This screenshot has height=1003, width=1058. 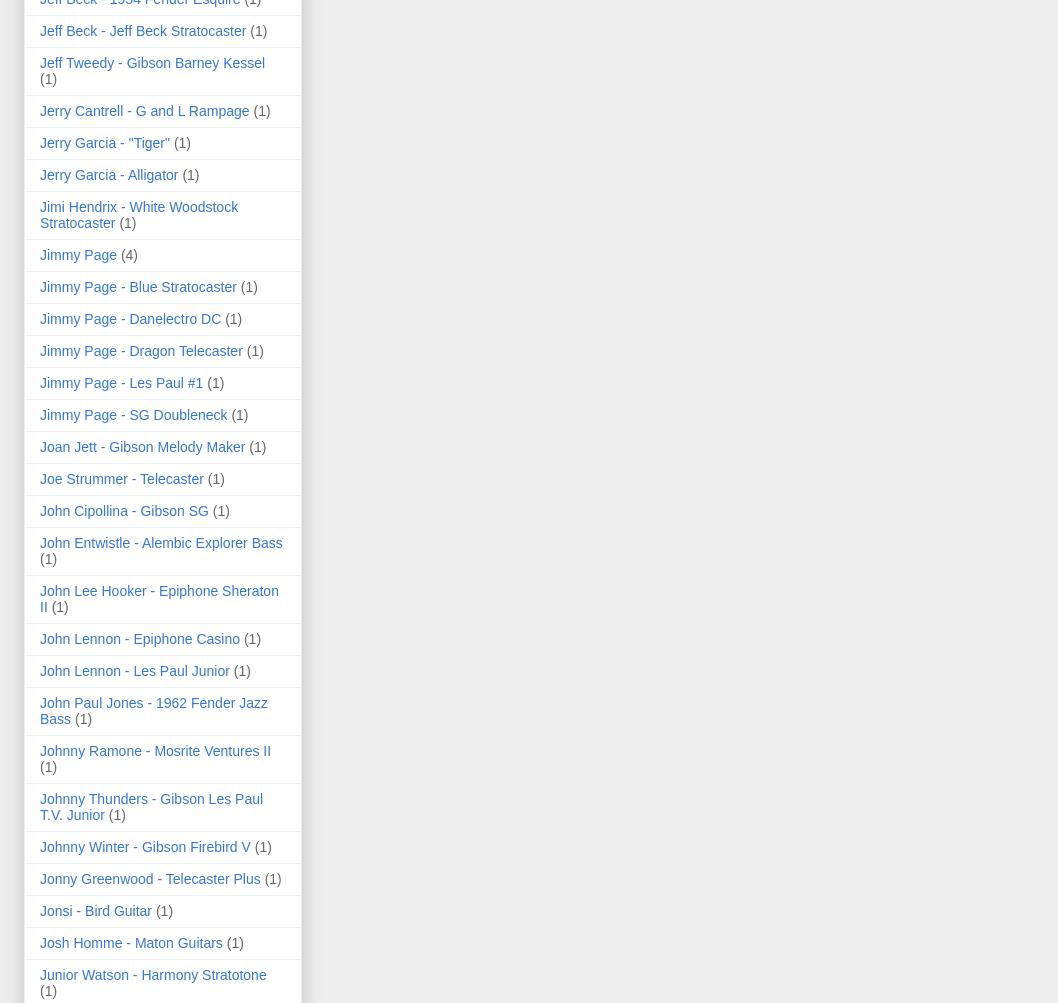 I want to click on '(4)', so click(x=127, y=253).